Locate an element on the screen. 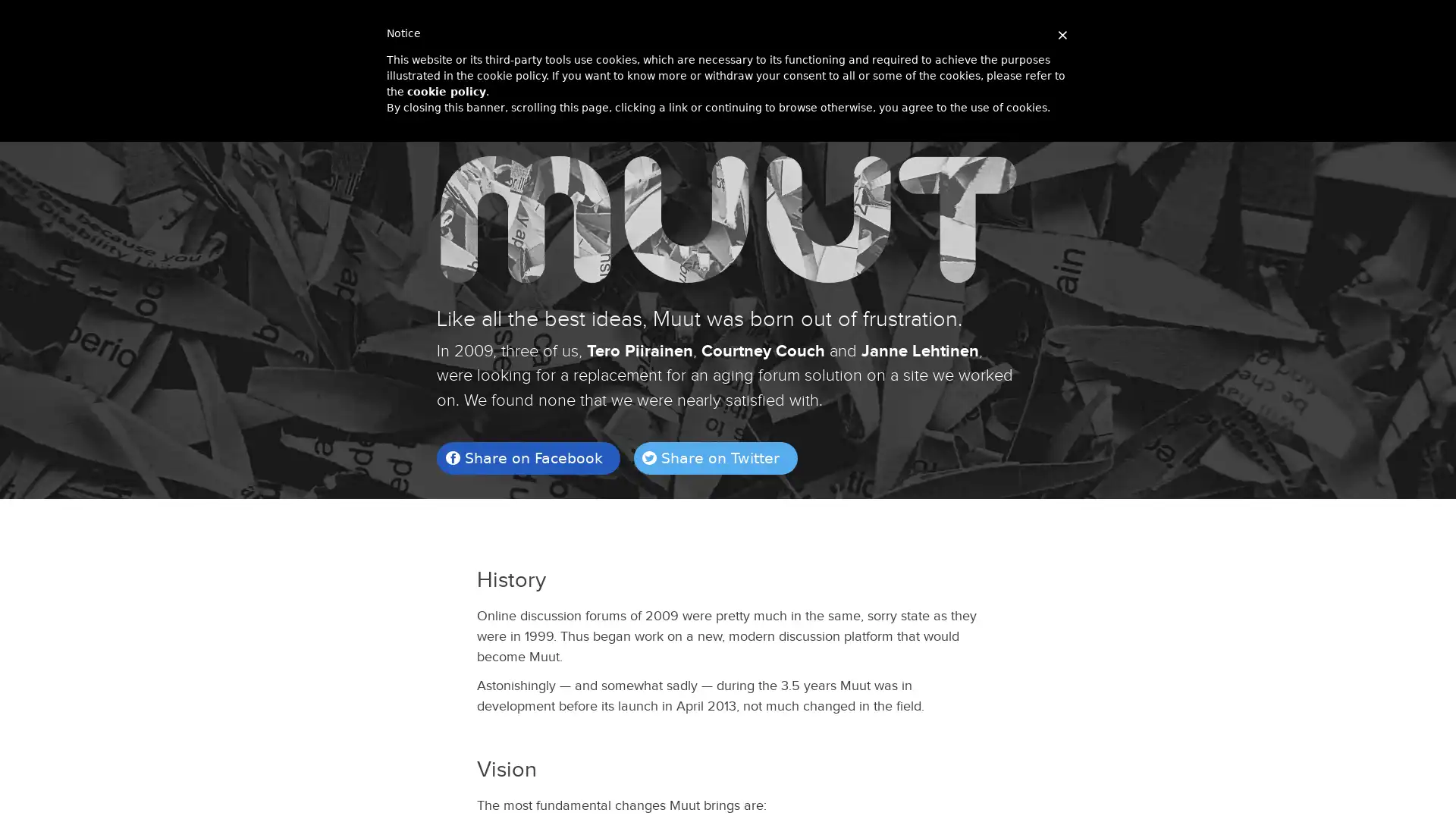 The image size is (1456, 819). F Share on Facebook is located at coordinates (528, 457).